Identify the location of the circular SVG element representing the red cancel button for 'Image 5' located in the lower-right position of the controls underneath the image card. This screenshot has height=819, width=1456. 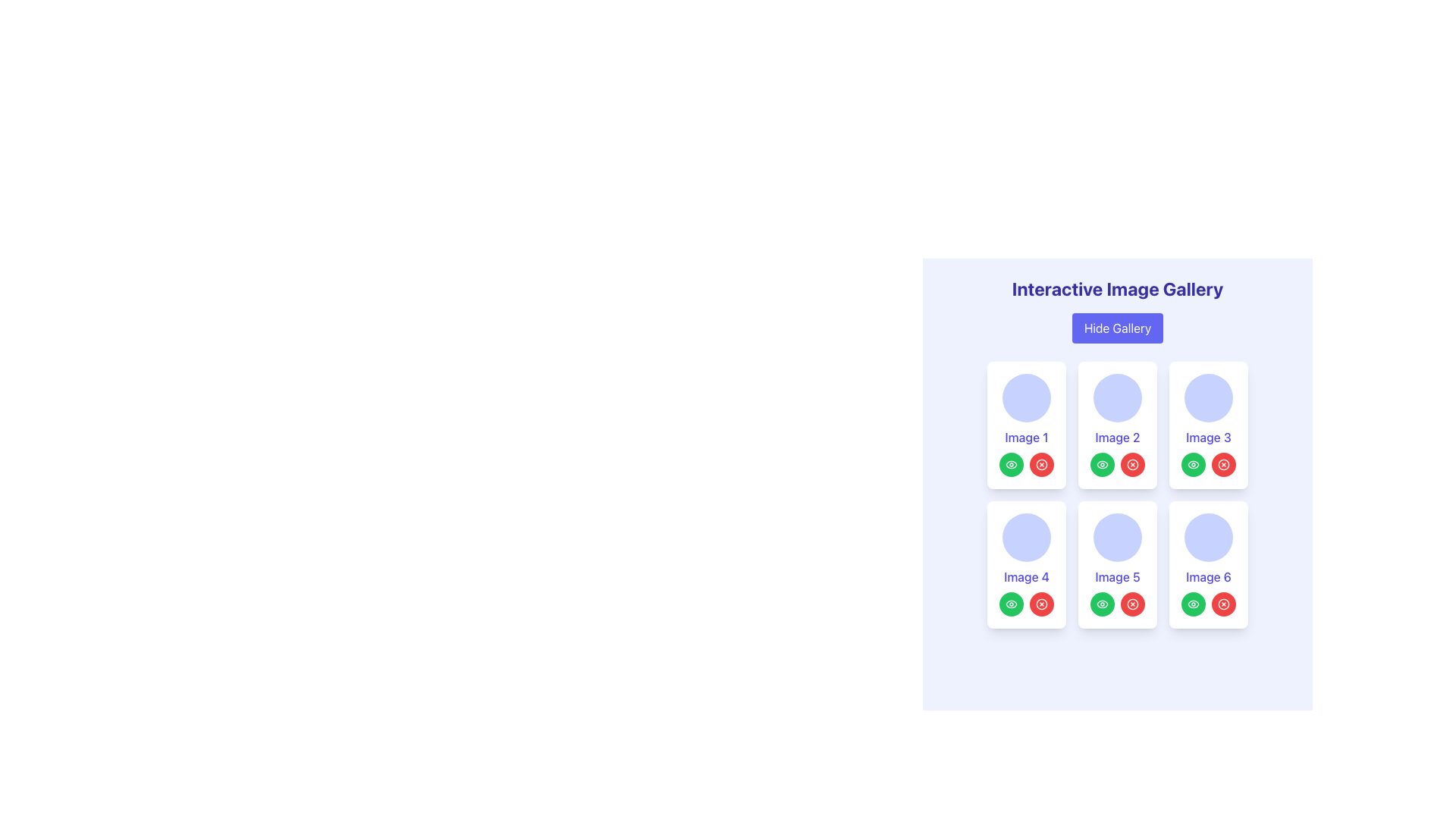
(1132, 604).